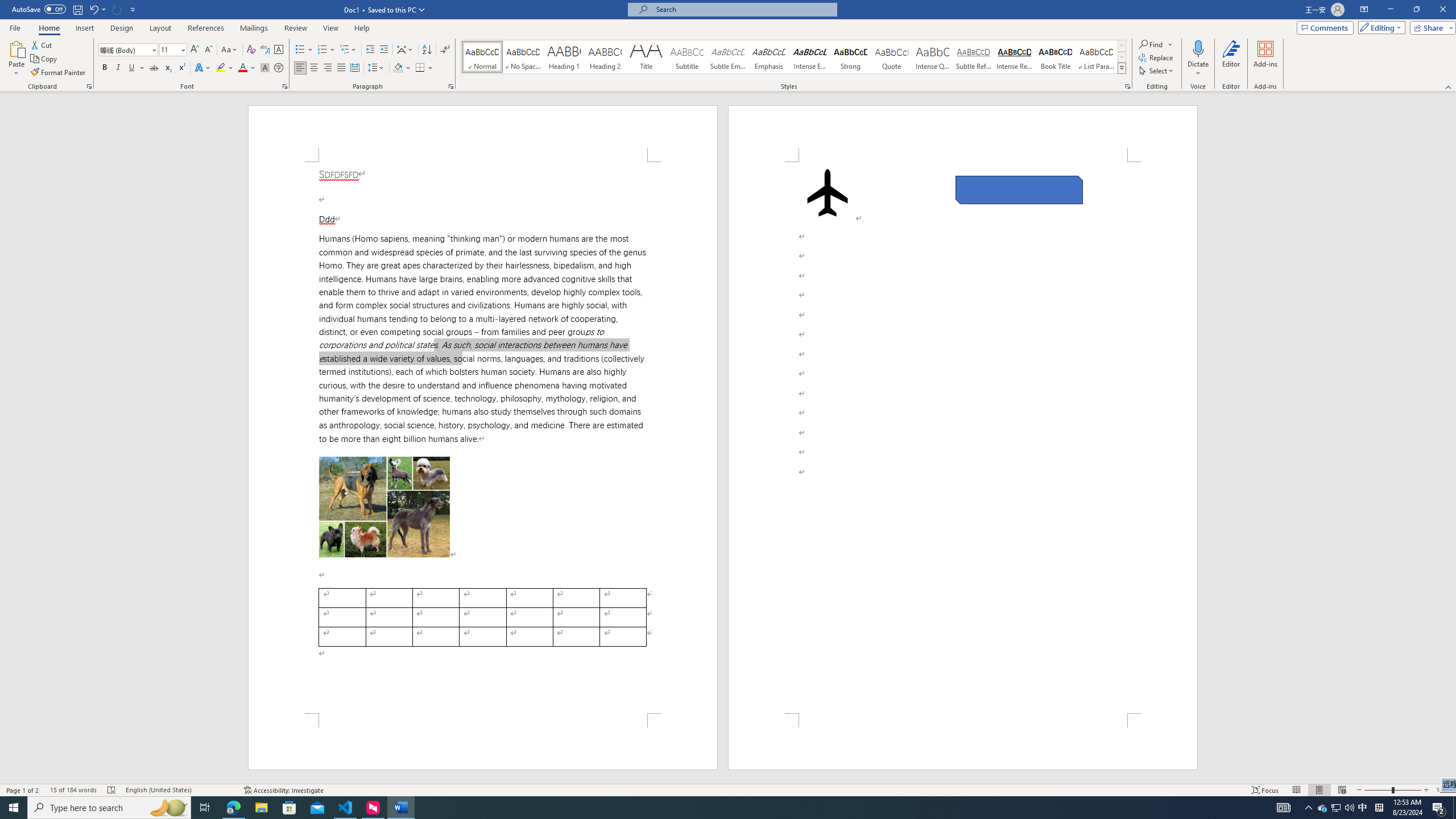 The height and width of the screenshot is (819, 1456). I want to click on 'Editor', so click(1231, 59).